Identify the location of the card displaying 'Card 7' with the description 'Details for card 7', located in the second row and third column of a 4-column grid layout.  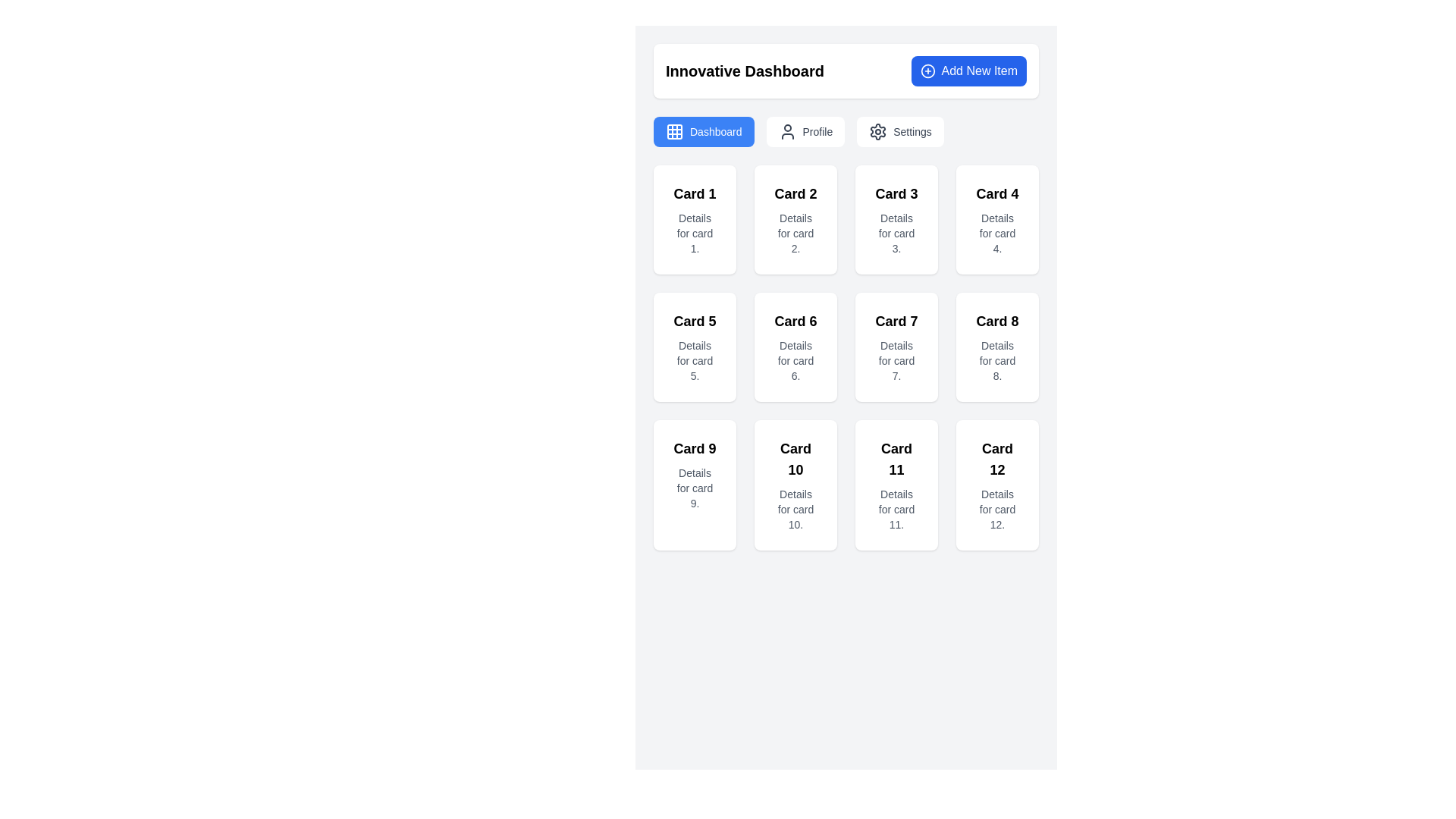
(896, 347).